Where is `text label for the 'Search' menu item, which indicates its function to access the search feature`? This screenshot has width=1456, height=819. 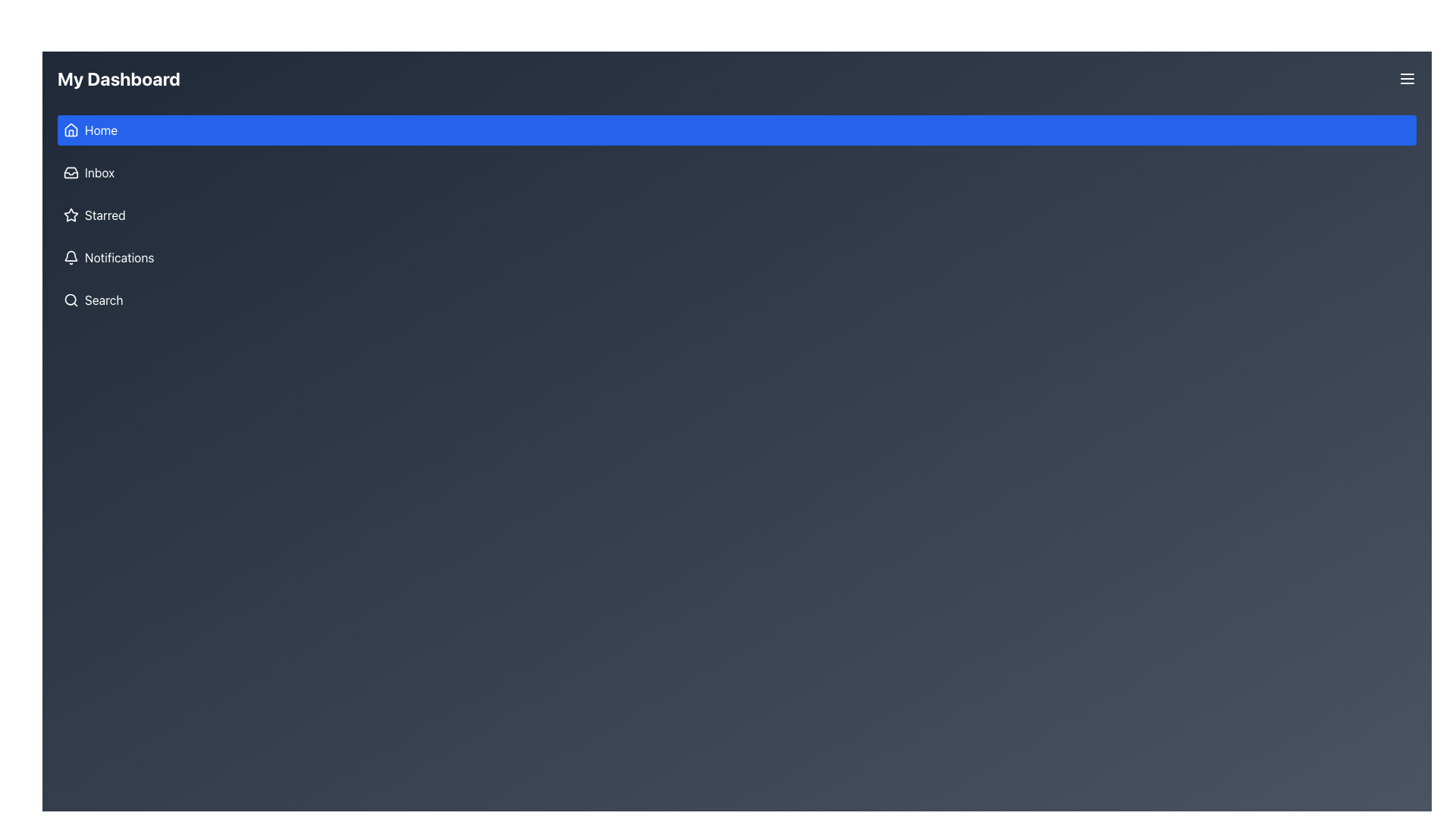 text label for the 'Search' menu item, which indicates its function to access the search feature is located at coordinates (103, 300).